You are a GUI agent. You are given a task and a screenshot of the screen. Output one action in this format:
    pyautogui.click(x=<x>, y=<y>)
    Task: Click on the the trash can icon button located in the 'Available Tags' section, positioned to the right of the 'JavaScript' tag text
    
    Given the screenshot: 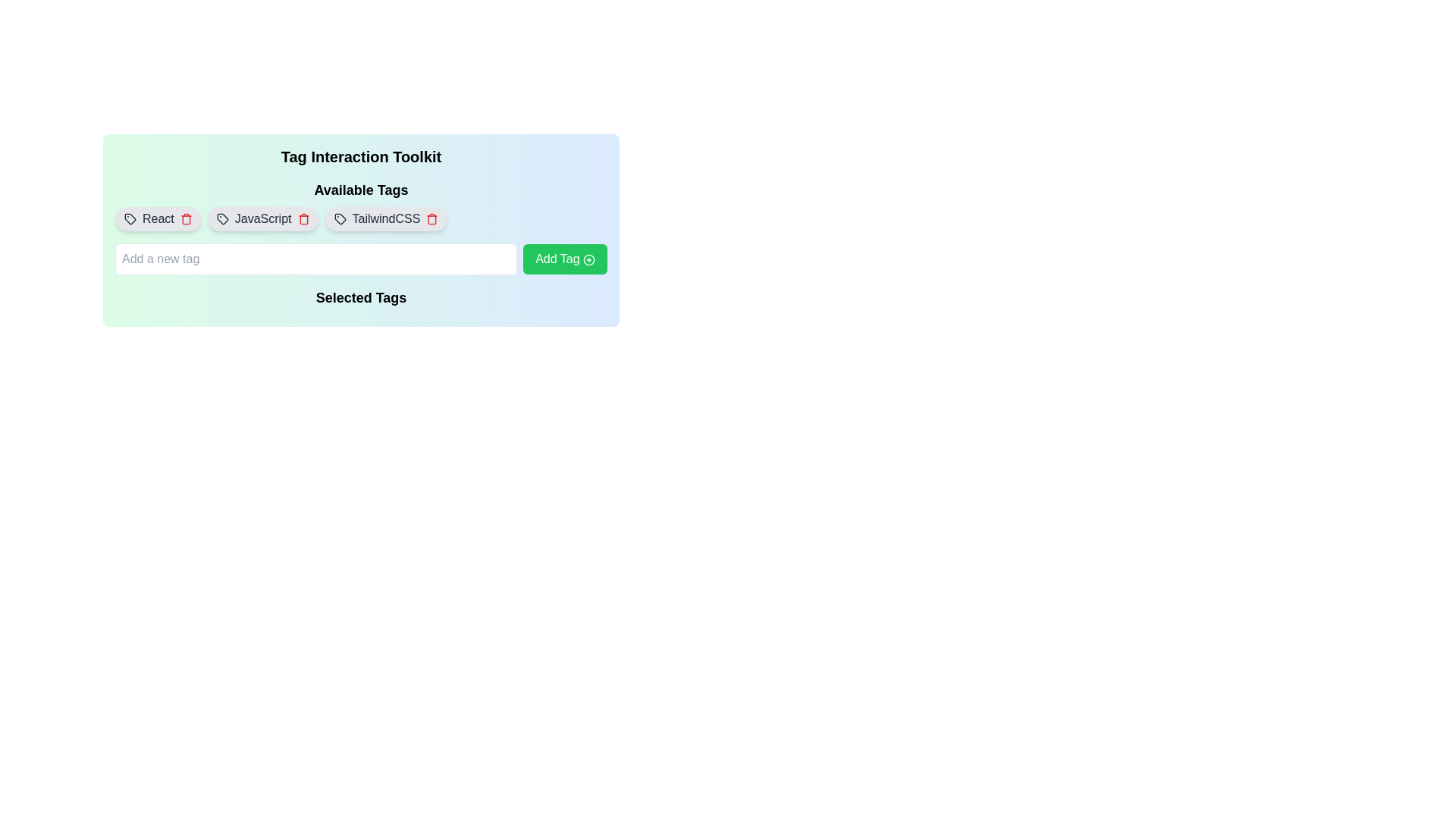 What is the action you would take?
    pyautogui.click(x=303, y=220)
    